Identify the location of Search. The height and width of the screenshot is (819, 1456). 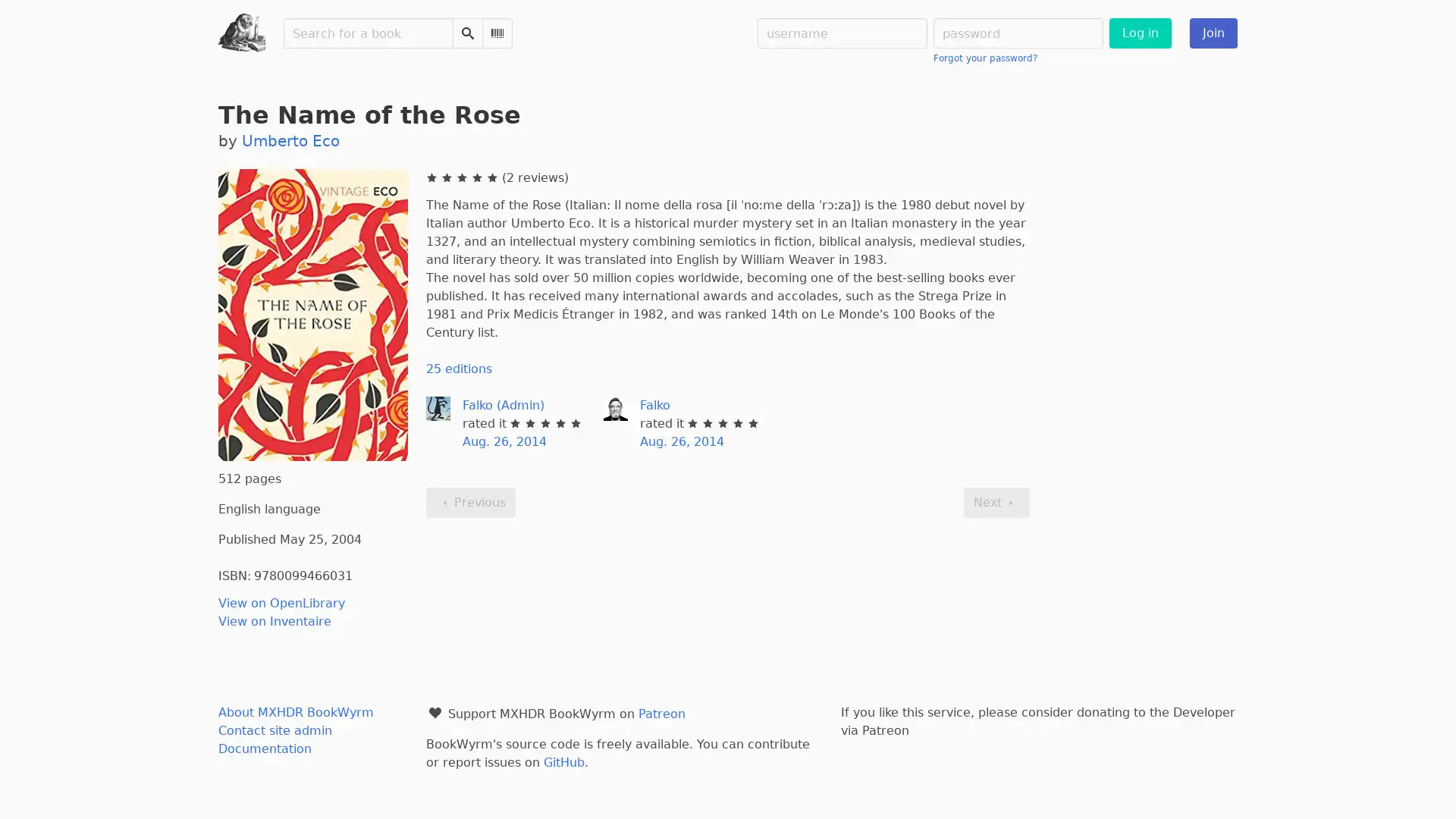
(467, 33).